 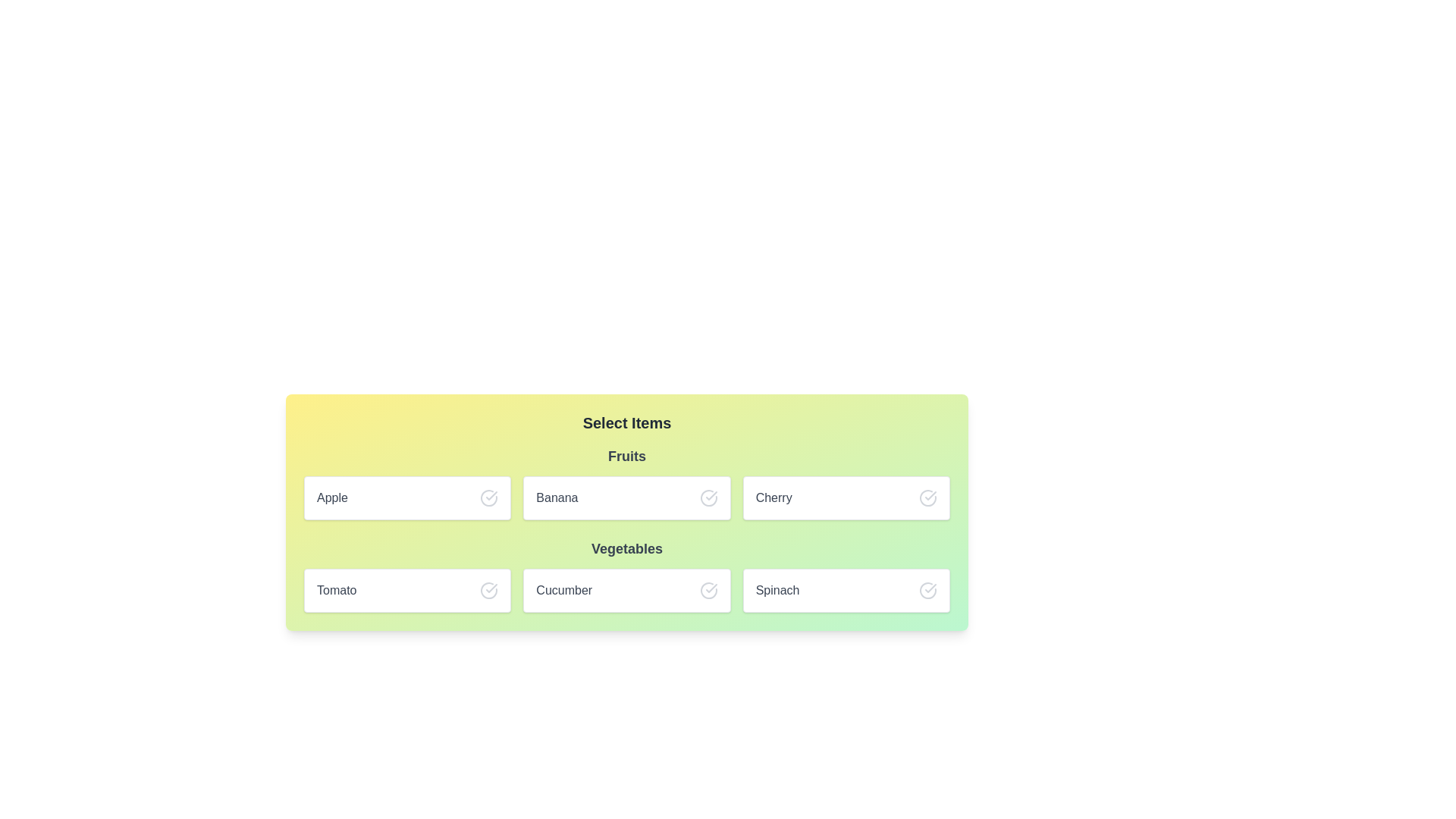 I want to click on the SVG icon representing the selection state for the 'Cucumber' item located on the far right side of the 'Cucumber' cell in the 'Vegetables' row, so click(x=708, y=590).